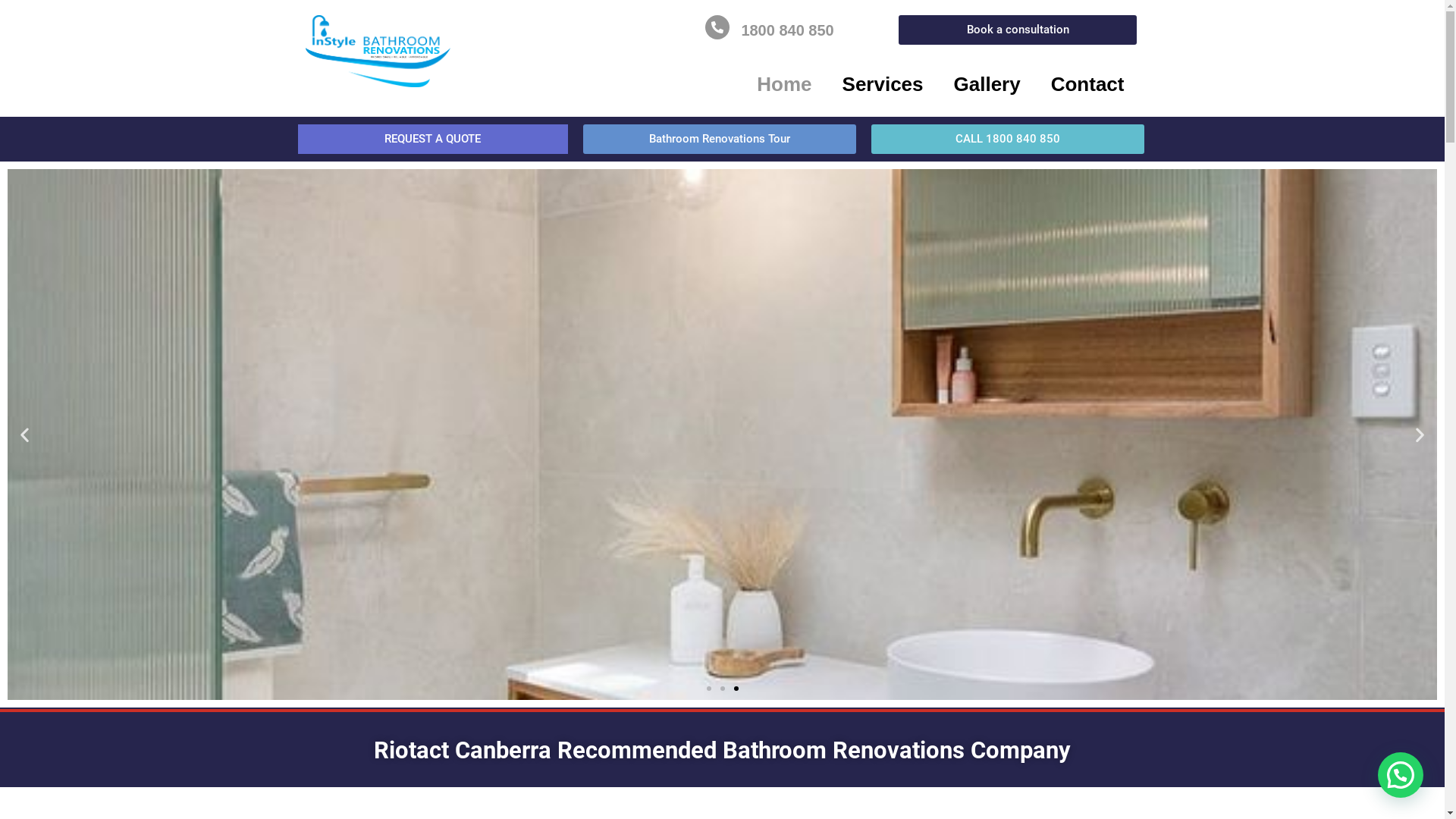  I want to click on 'Gallery', so click(987, 84).